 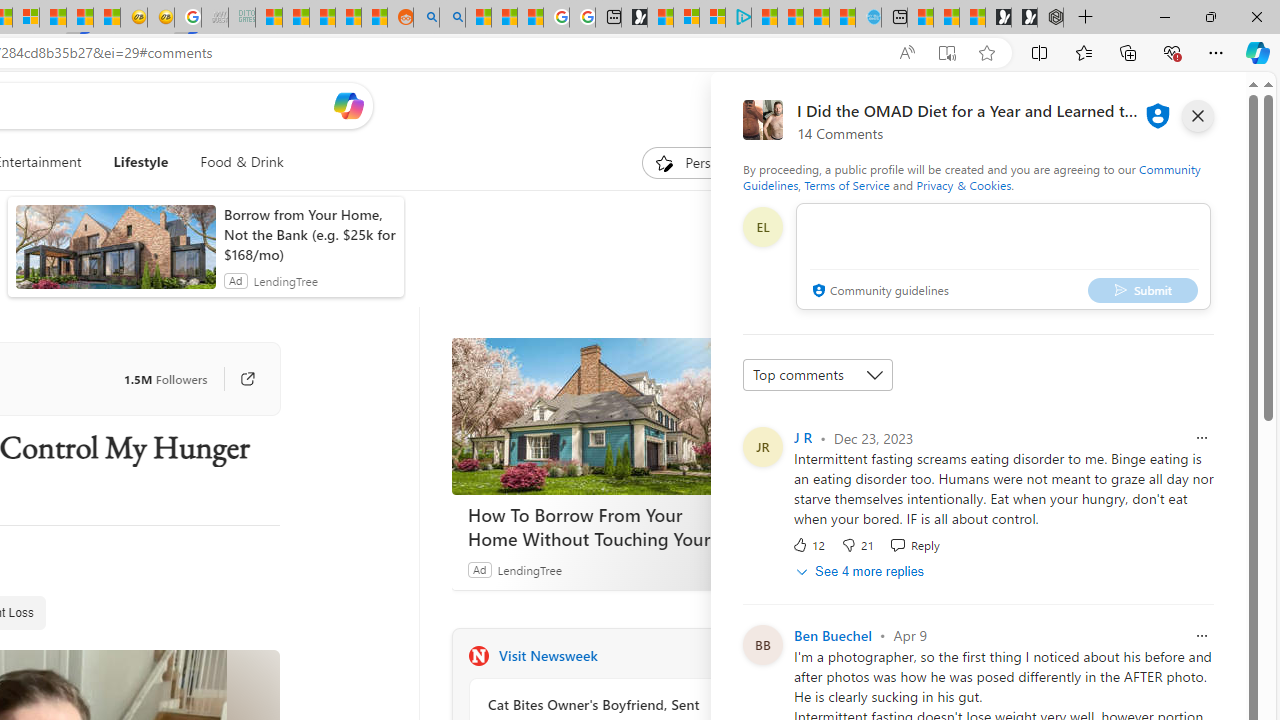 I want to click on 'comment-box', so click(x=1003, y=255).